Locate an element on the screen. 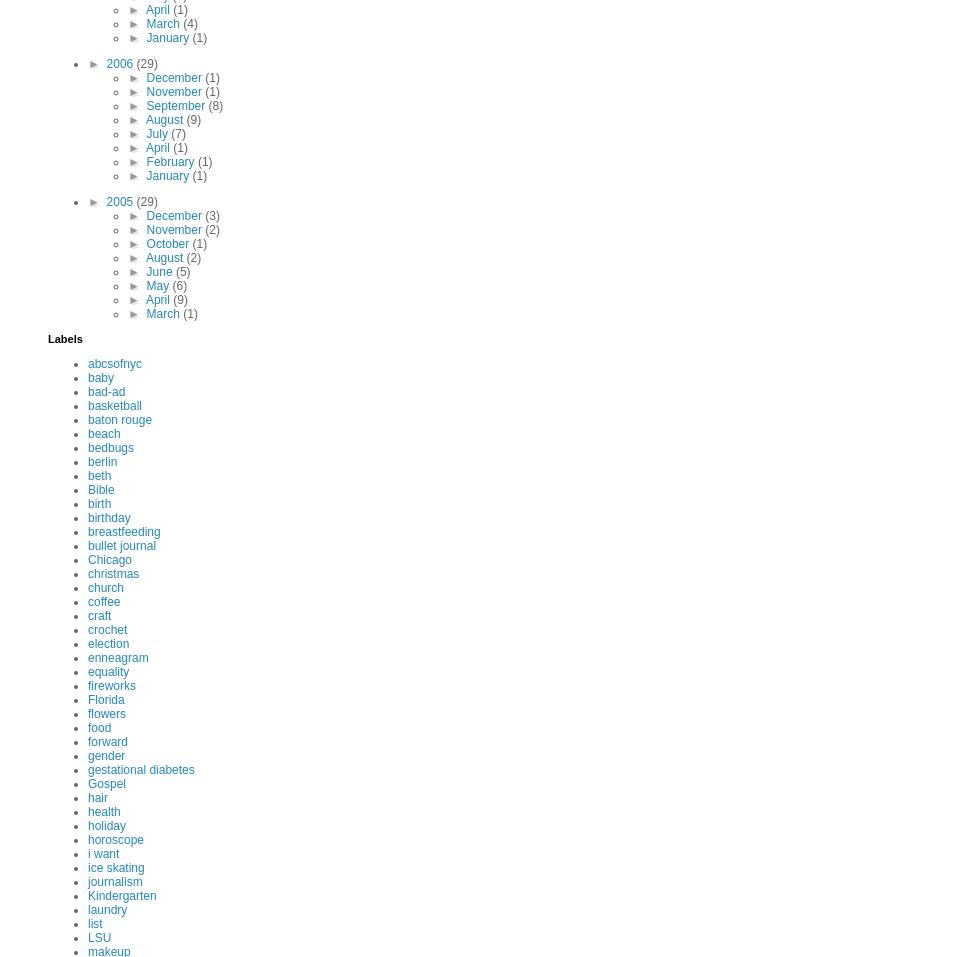 The image size is (968, 957). 'Florida' is located at coordinates (105, 700).